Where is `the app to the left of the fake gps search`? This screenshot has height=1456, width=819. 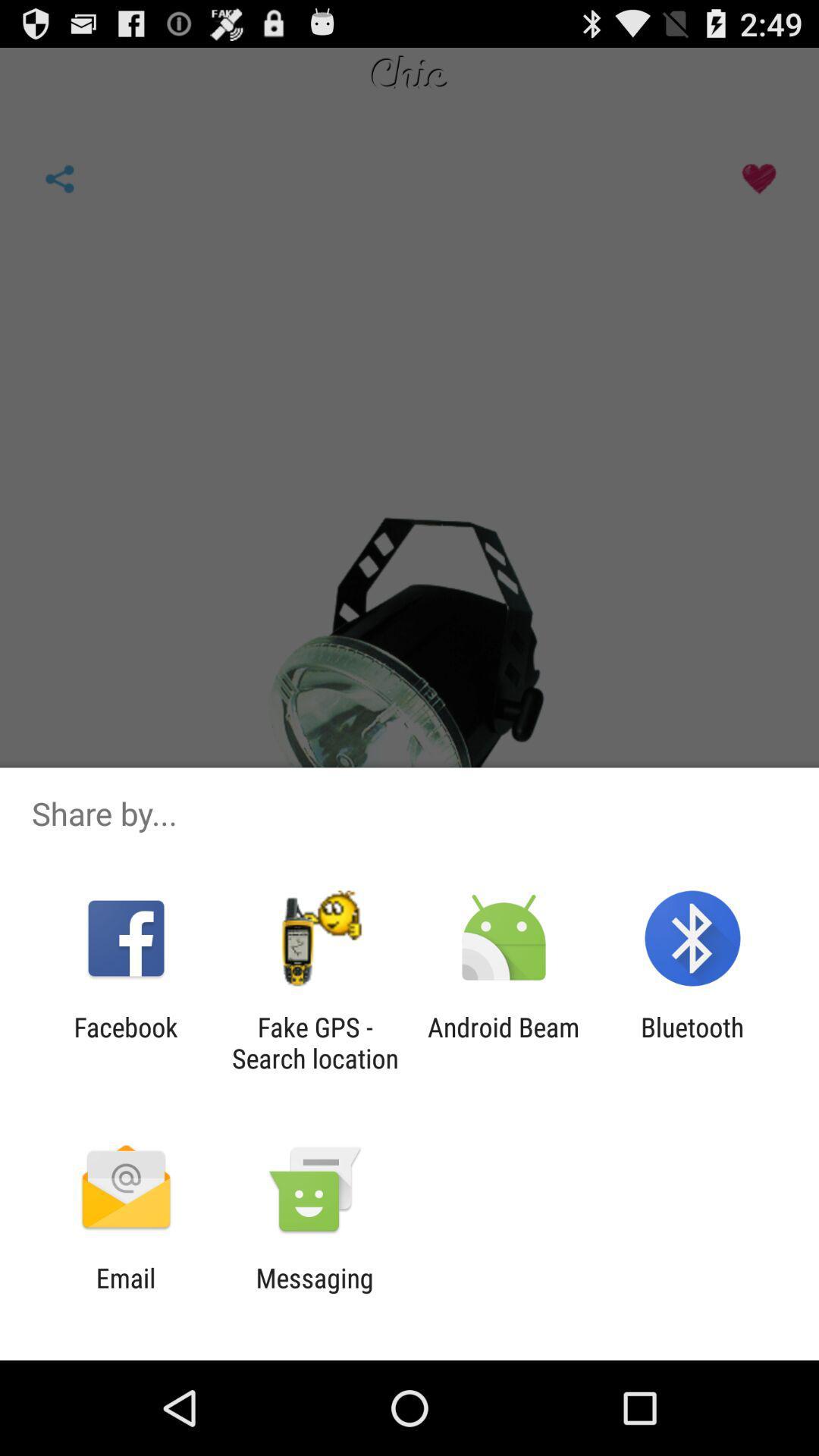 the app to the left of the fake gps search is located at coordinates (125, 1042).